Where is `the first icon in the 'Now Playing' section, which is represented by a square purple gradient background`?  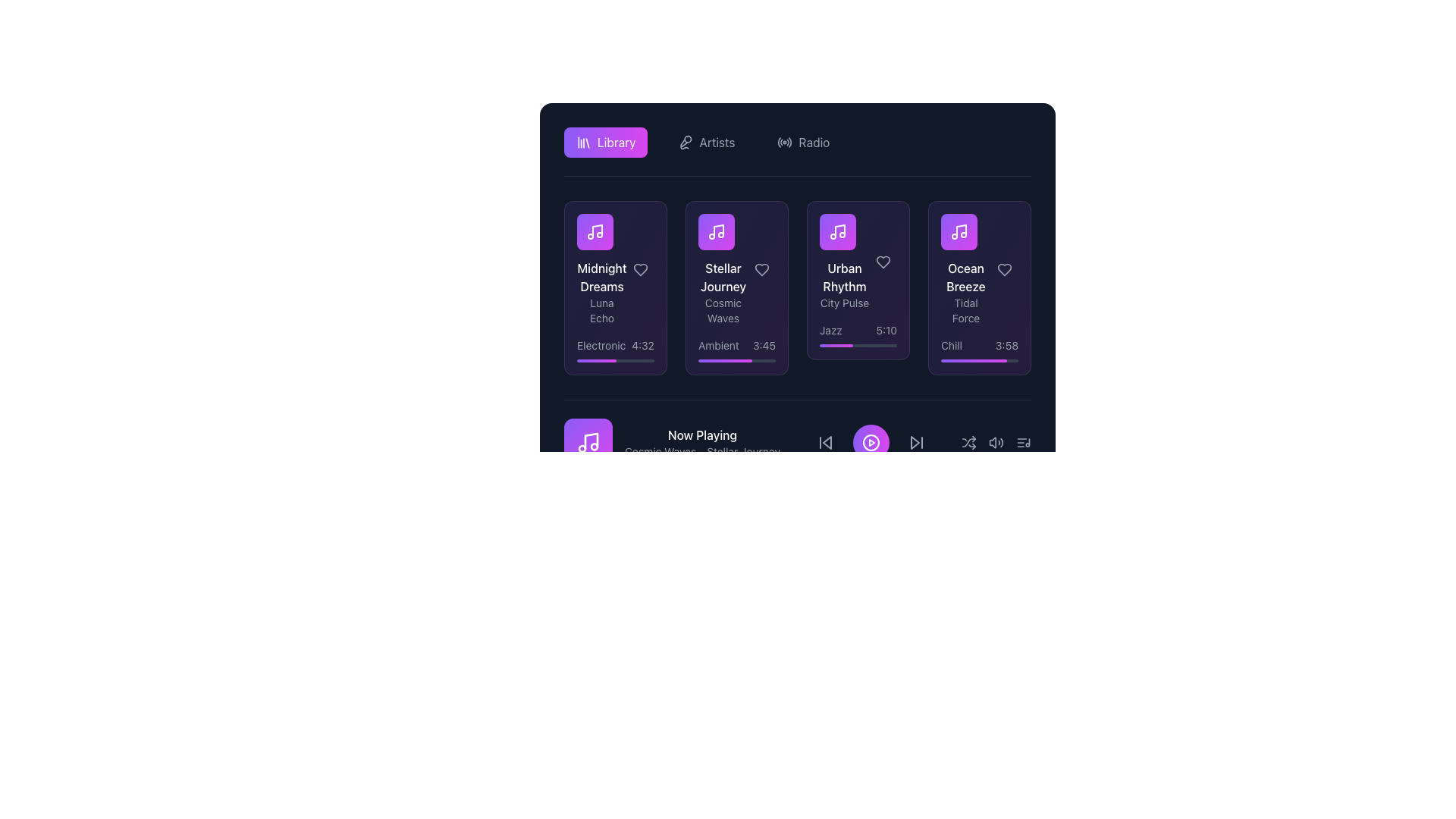 the first icon in the 'Now Playing' section, which is represented by a square purple gradient background is located at coordinates (588, 442).